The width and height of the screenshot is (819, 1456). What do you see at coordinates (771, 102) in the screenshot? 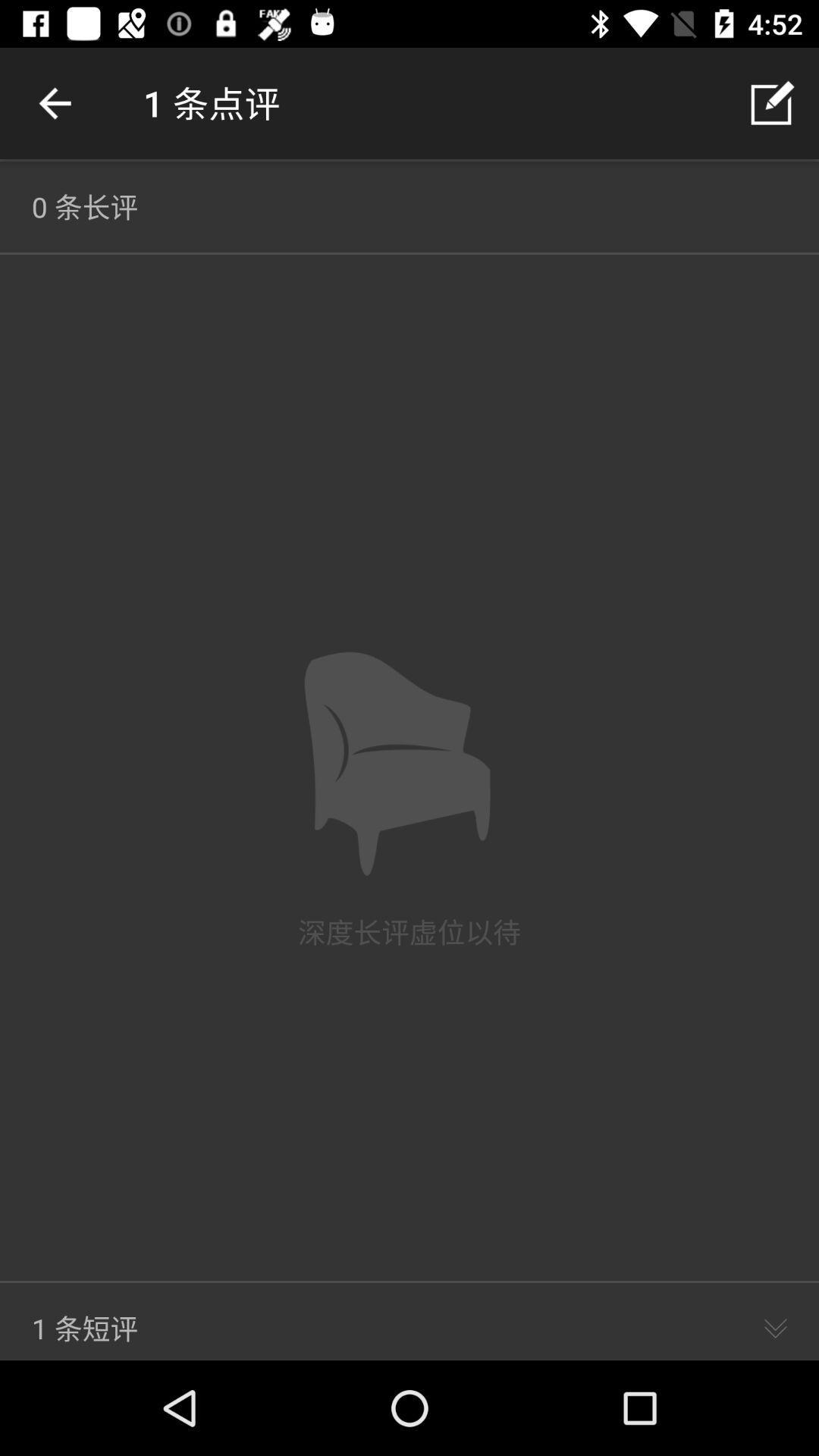
I see `the item at the top right corner` at bounding box center [771, 102].